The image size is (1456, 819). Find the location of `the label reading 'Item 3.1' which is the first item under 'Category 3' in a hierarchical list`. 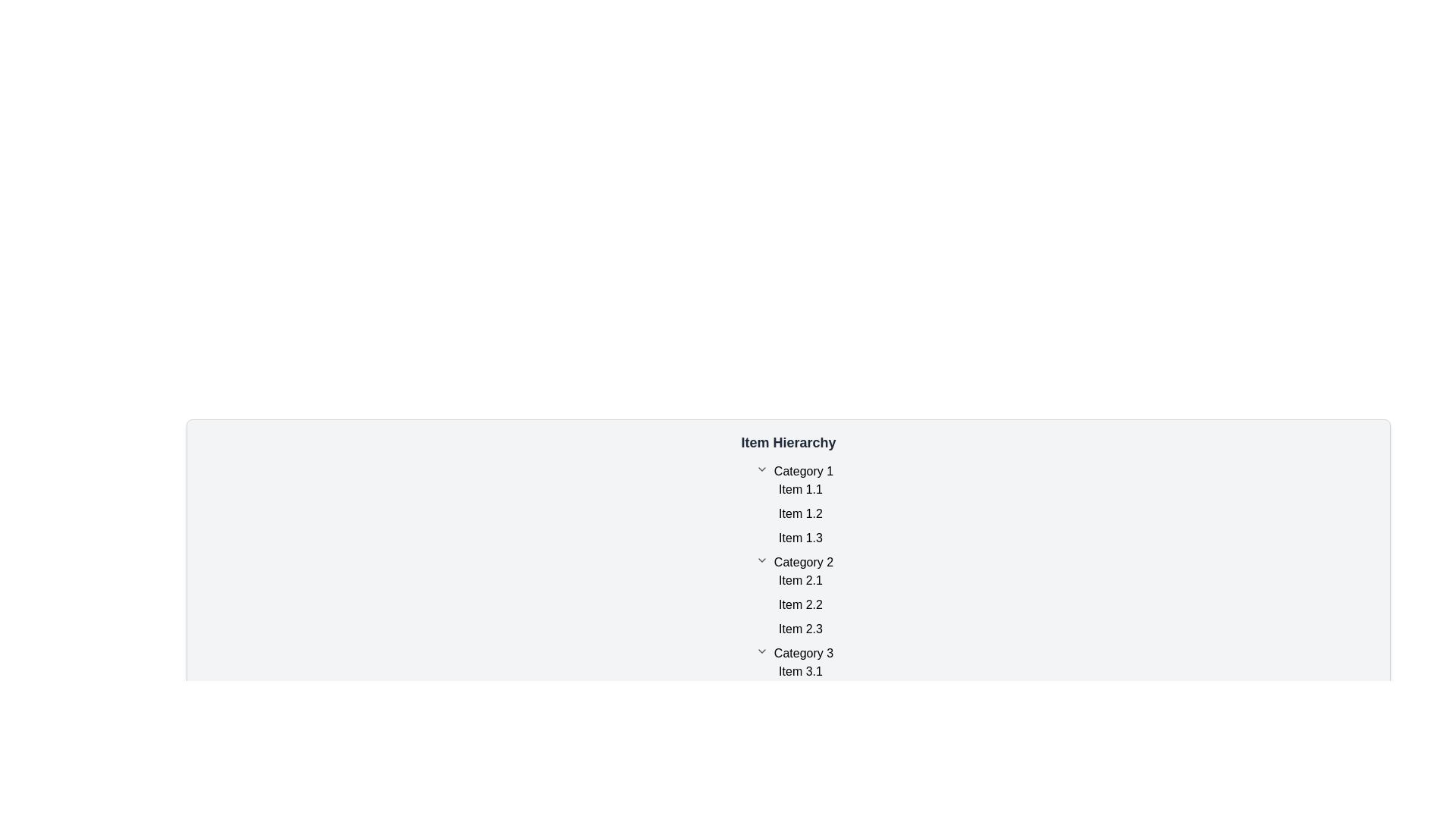

the label reading 'Item 3.1' which is the first item under 'Category 3' in a hierarchical list is located at coordinates (800, 670).